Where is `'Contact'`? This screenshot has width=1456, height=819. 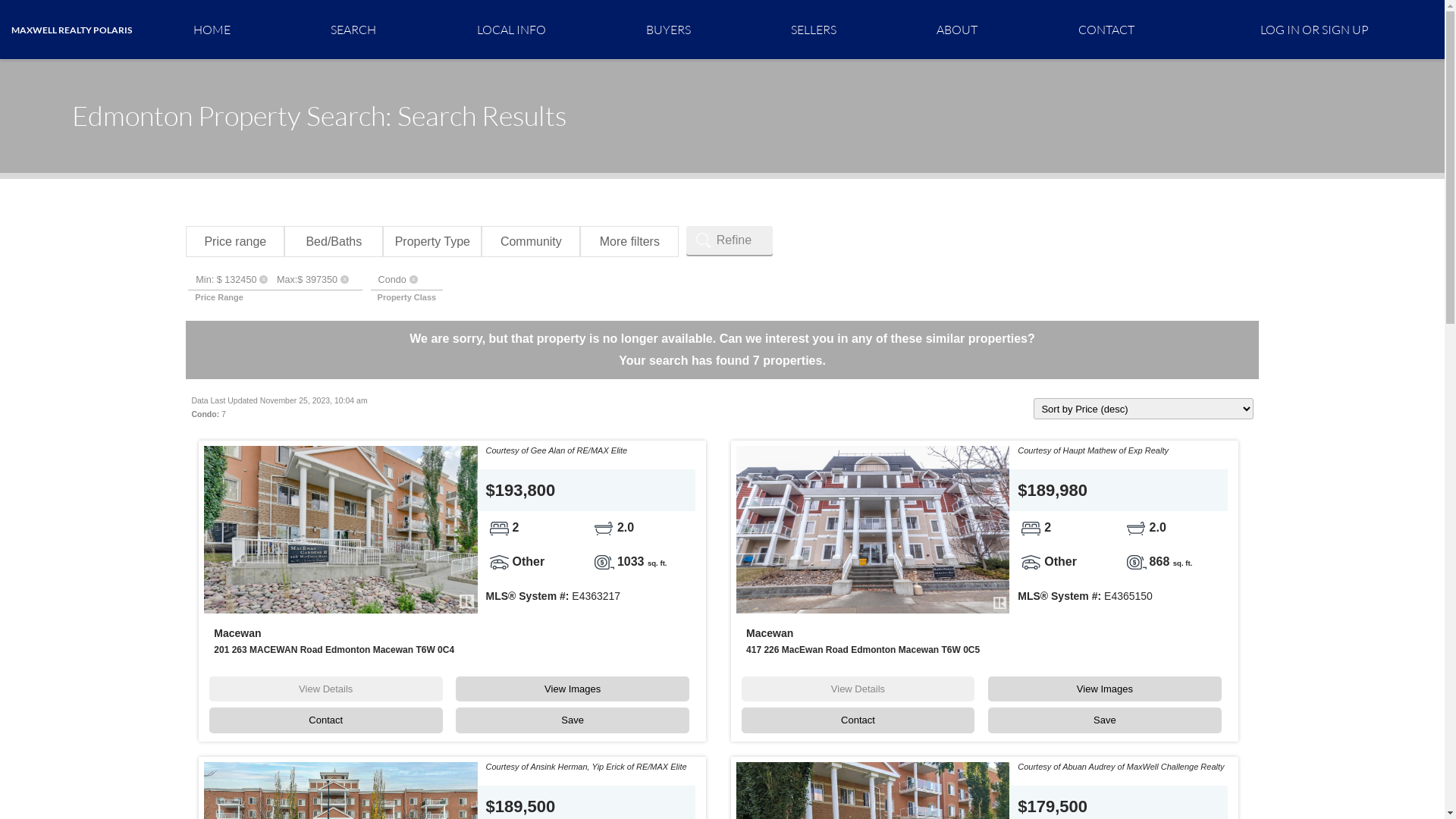 'Contact' is located at coordinates (325, 719).